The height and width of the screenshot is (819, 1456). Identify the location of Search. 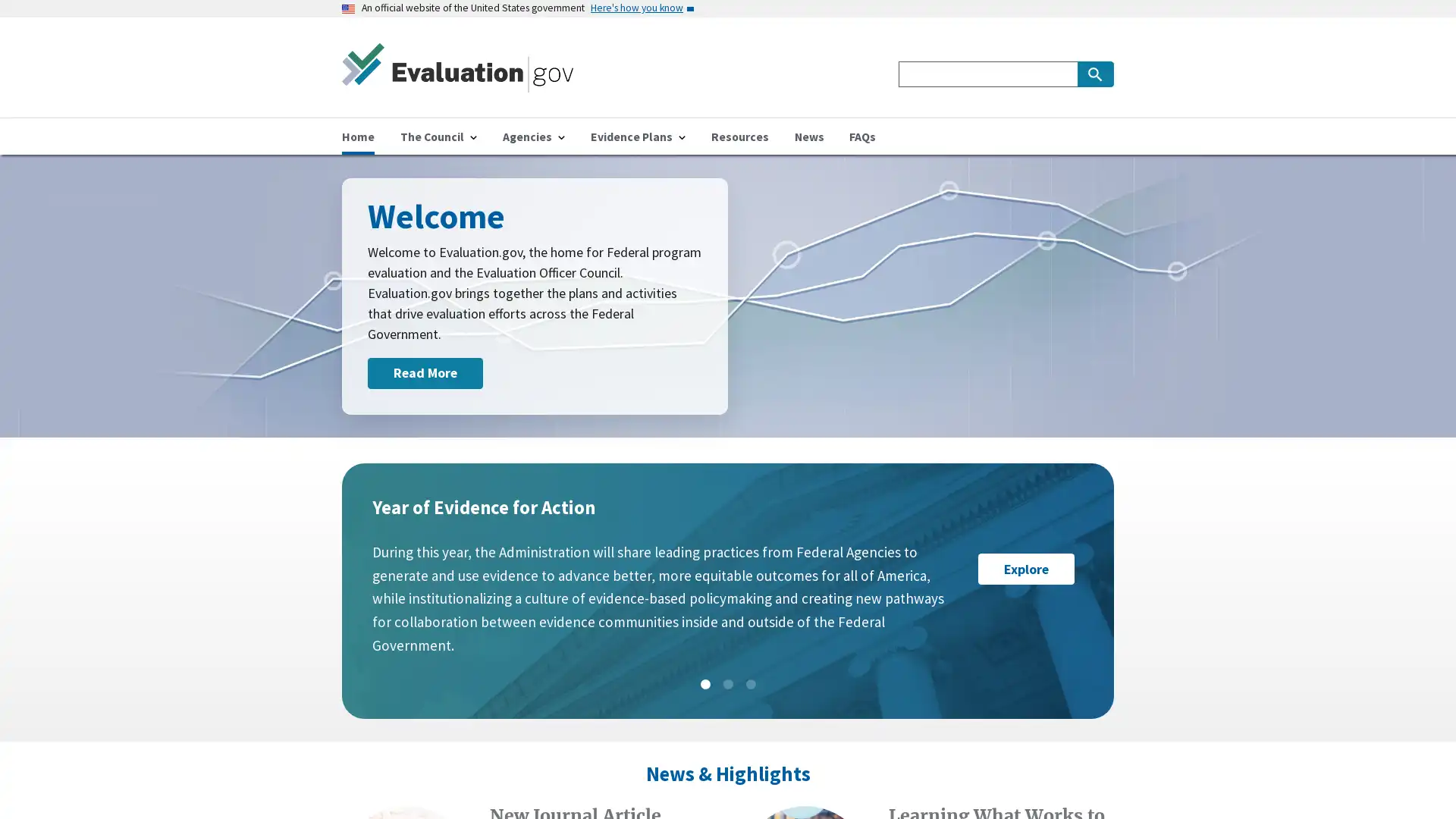
(1095, 74).